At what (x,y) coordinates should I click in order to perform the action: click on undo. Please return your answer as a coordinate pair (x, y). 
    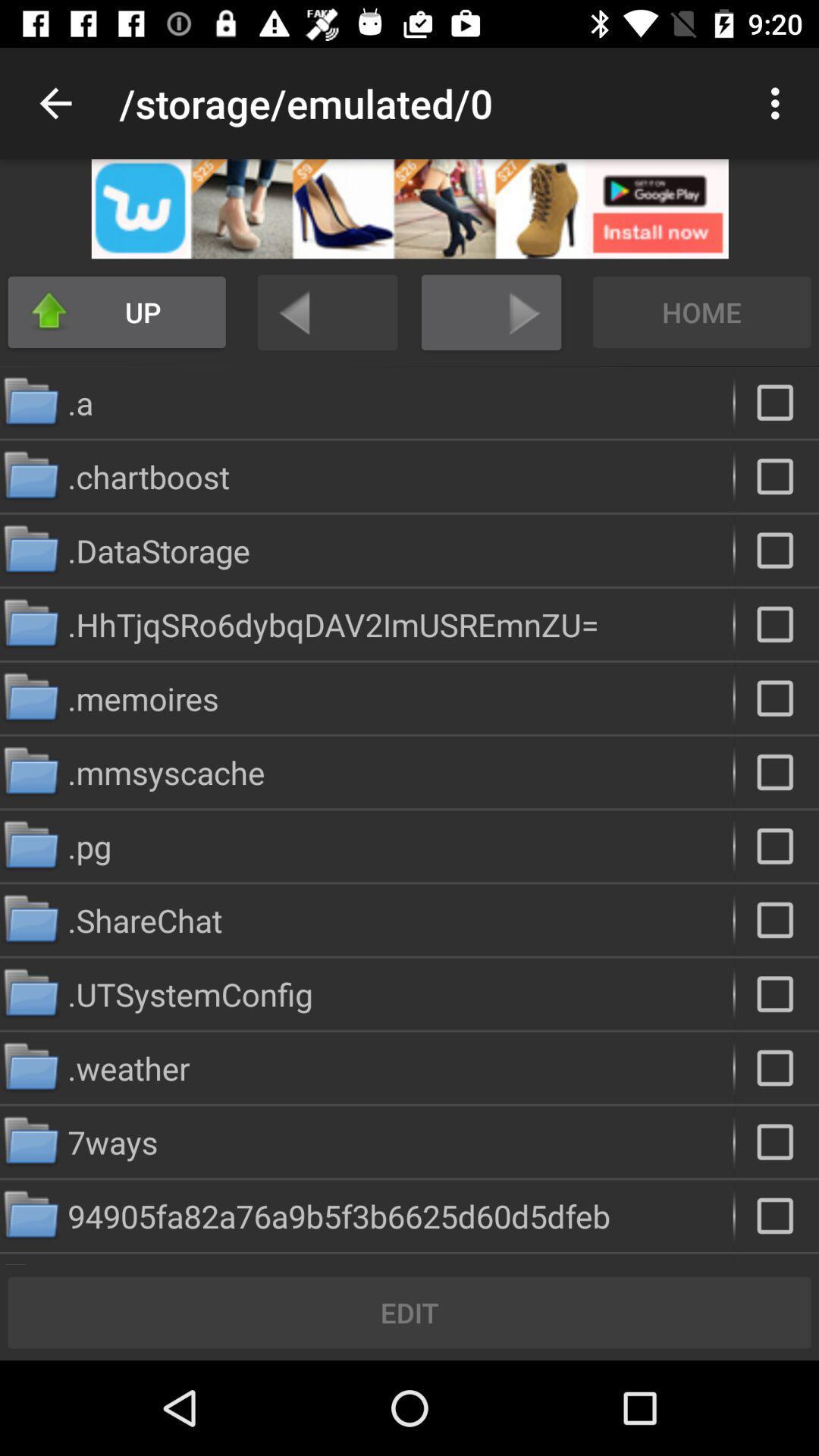
    Looking at the image, I should click on (327, 312).